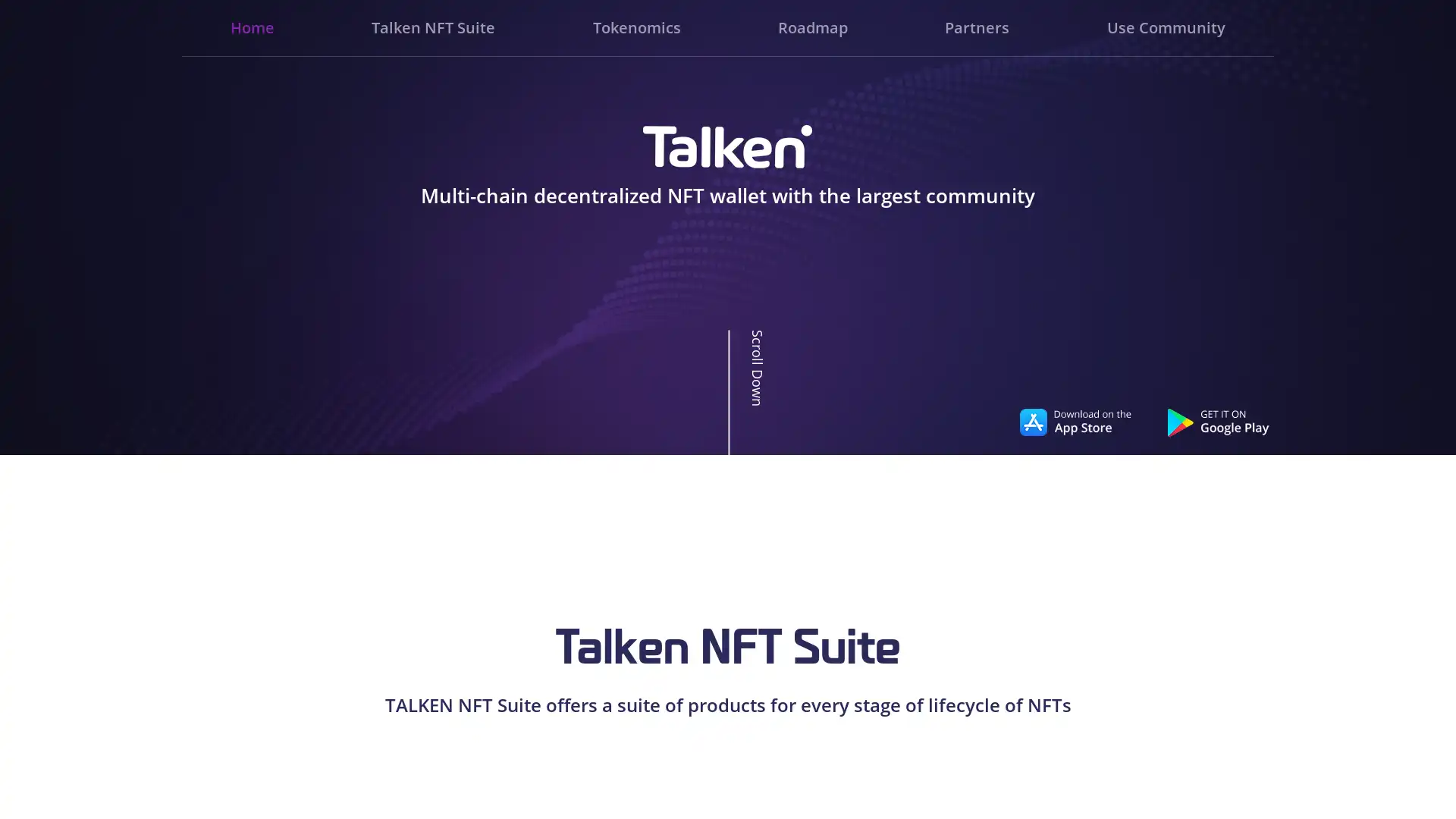 This screenshot has width=1456, height=819. What do you see at coordinates (243, 643) in the screenshot?
I see `Go to slide 2` at bounding box center [243, 643].